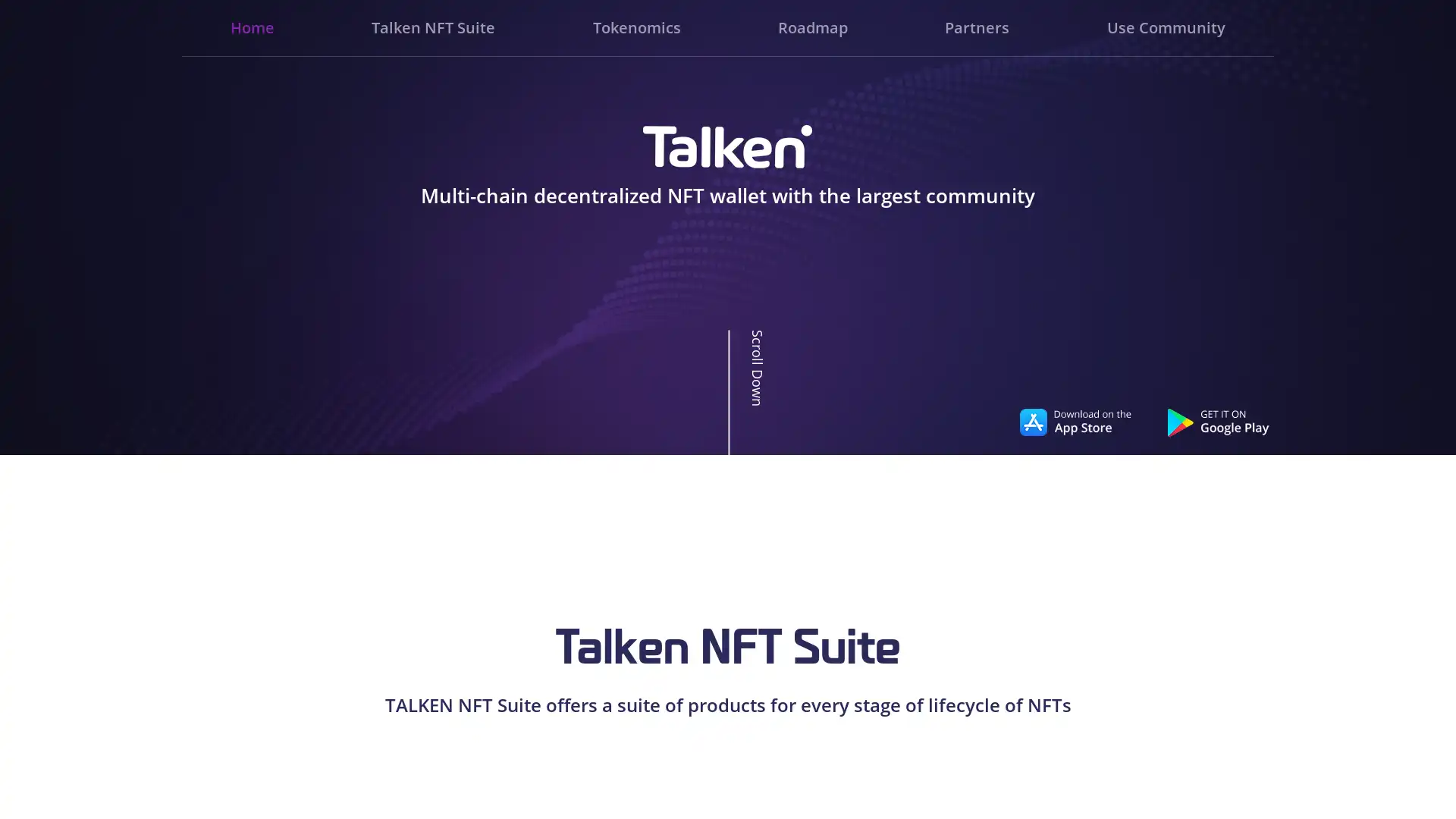 This screenshot has width=1456, height=819. What do you see at coordinates (243, 643) in the screenshot?
I see `Go to slide 2` at bounding box center [243, 643].